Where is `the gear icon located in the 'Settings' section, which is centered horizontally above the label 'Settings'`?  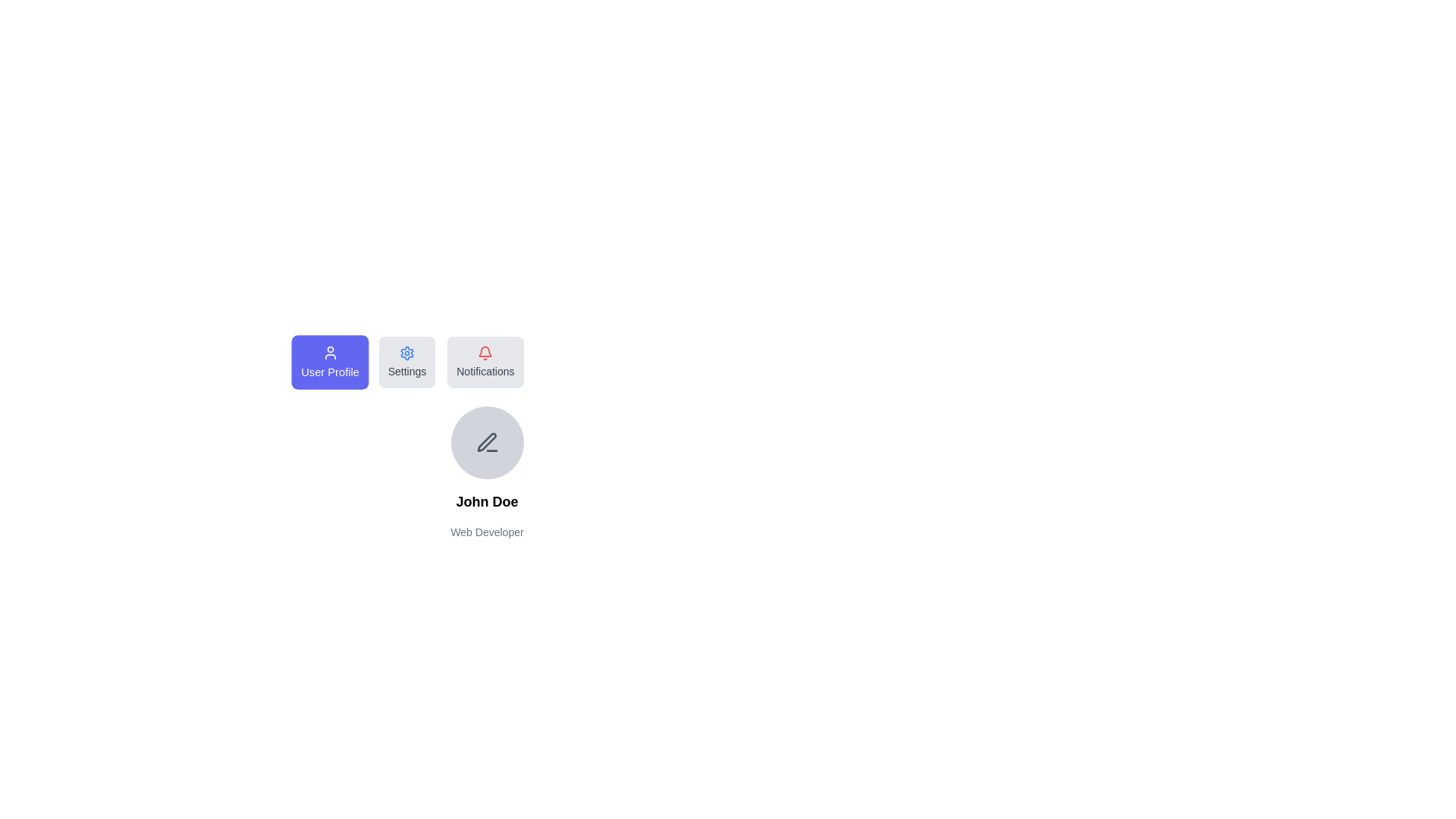
the gear icon located in the 'Settings' section, which is centered horizontally above the label 'Settings' is located at coordinates (407, 353).